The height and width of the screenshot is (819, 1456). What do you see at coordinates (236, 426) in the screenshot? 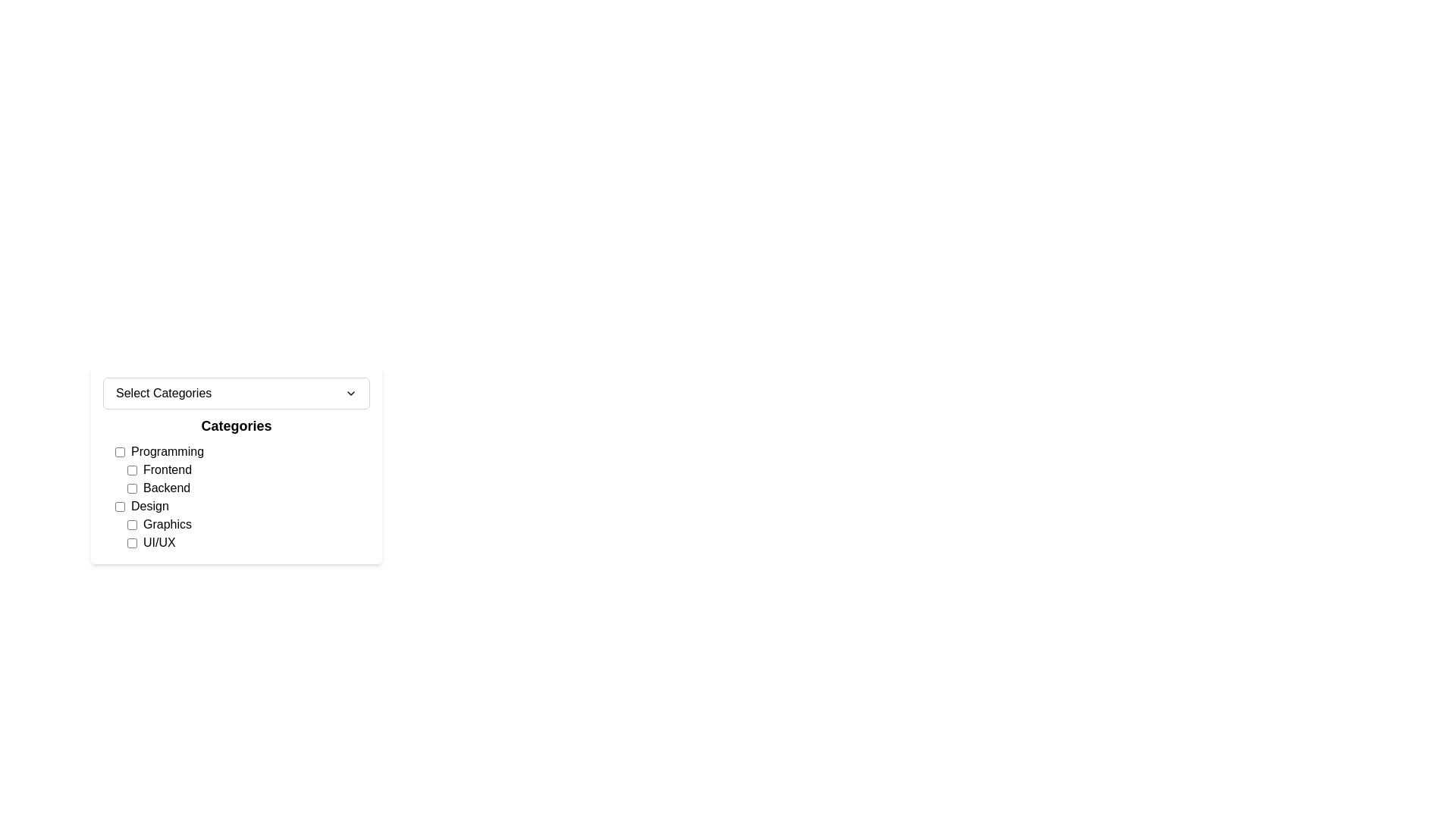
I see `the static text label element reading 'Categories', which is styled in bold and larger typography, positioned above the category selection list` at bounding box center [236, 426].